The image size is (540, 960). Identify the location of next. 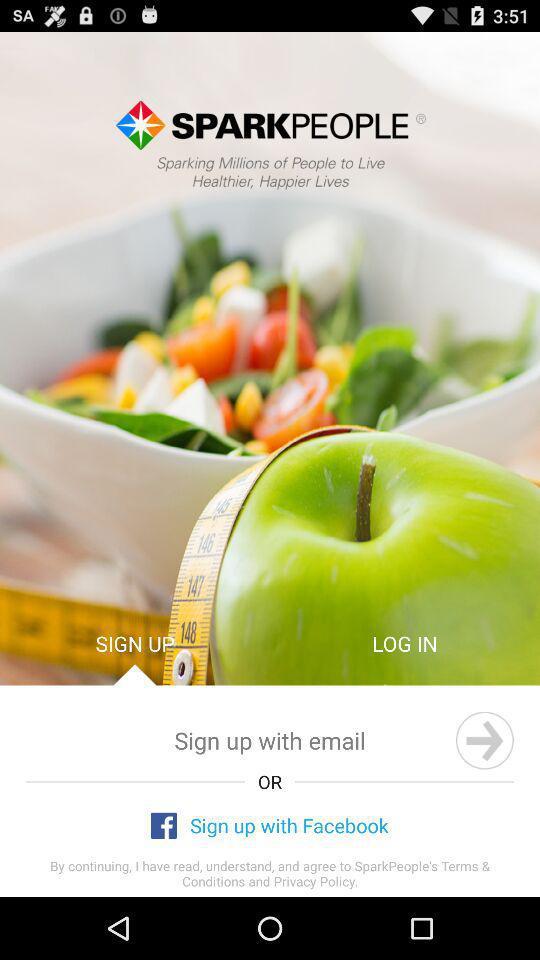
(483, 739).